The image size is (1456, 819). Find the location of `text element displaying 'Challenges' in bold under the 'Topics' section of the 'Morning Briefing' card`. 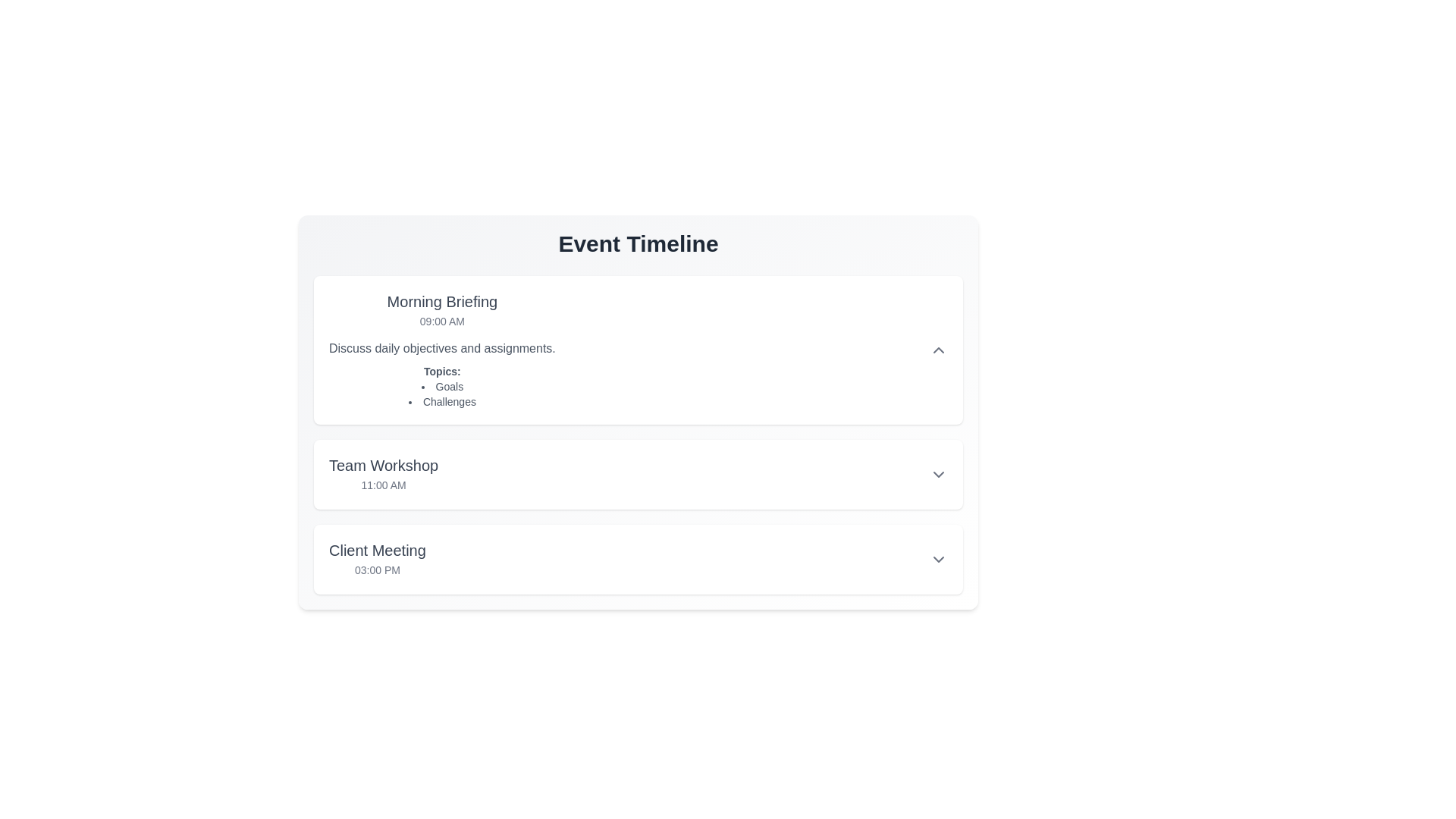

text element displaying 'Challenges' in bold under the 'Topics' section of the 'Morning Briefing' card is located at coordinates (441, 400).